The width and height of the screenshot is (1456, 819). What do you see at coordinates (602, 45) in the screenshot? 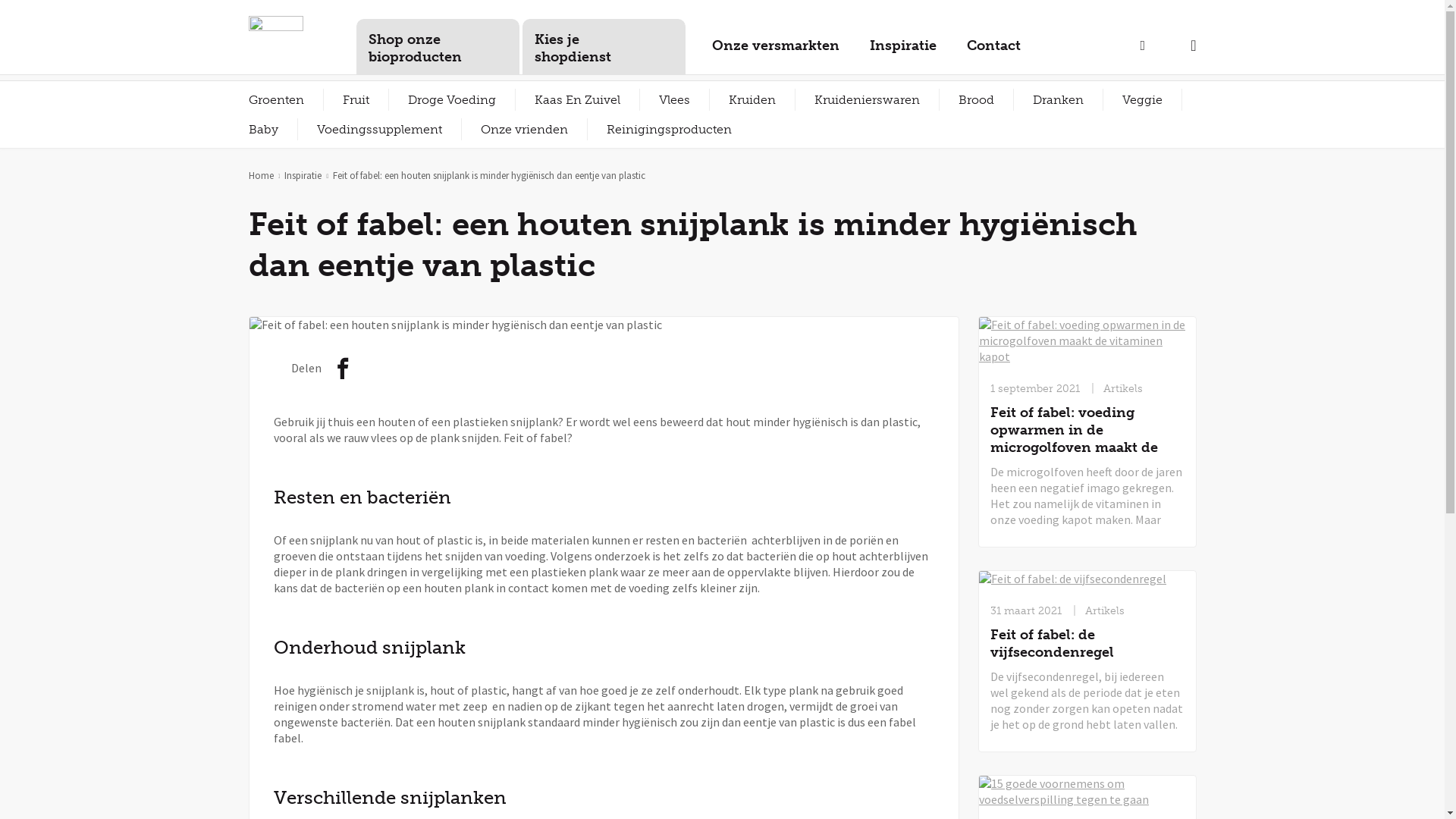
I see `'Kies je shopdienst'` at bounding box center [602, 45].